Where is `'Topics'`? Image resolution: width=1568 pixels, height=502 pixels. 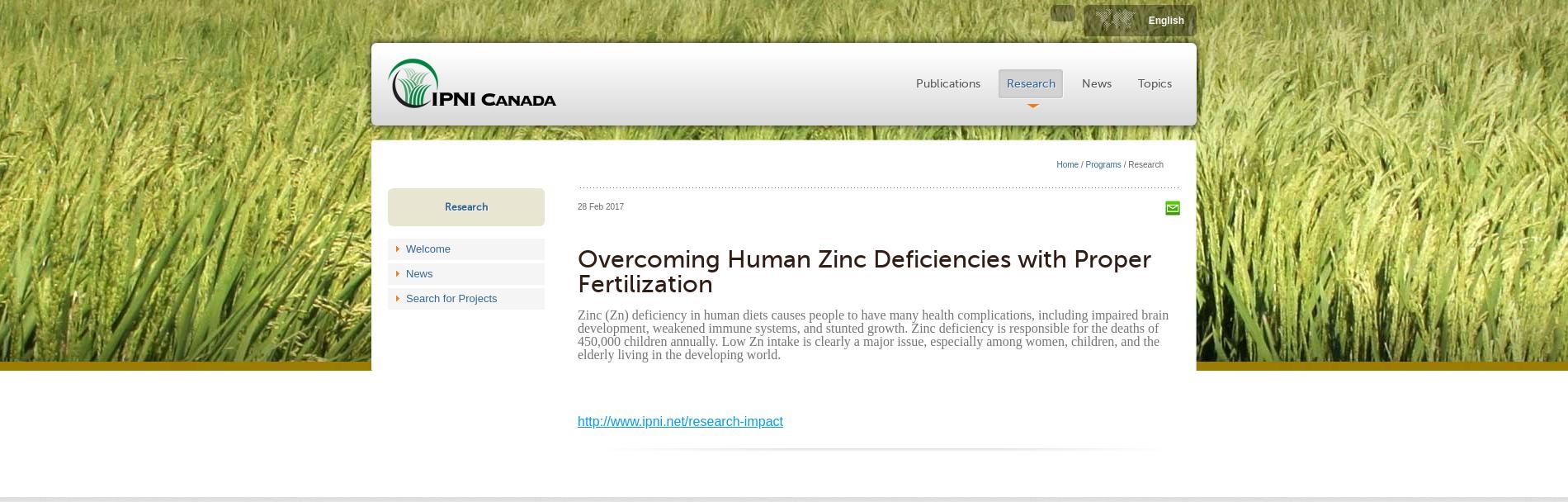
'Topics' is located at coordinates (1154, 83).